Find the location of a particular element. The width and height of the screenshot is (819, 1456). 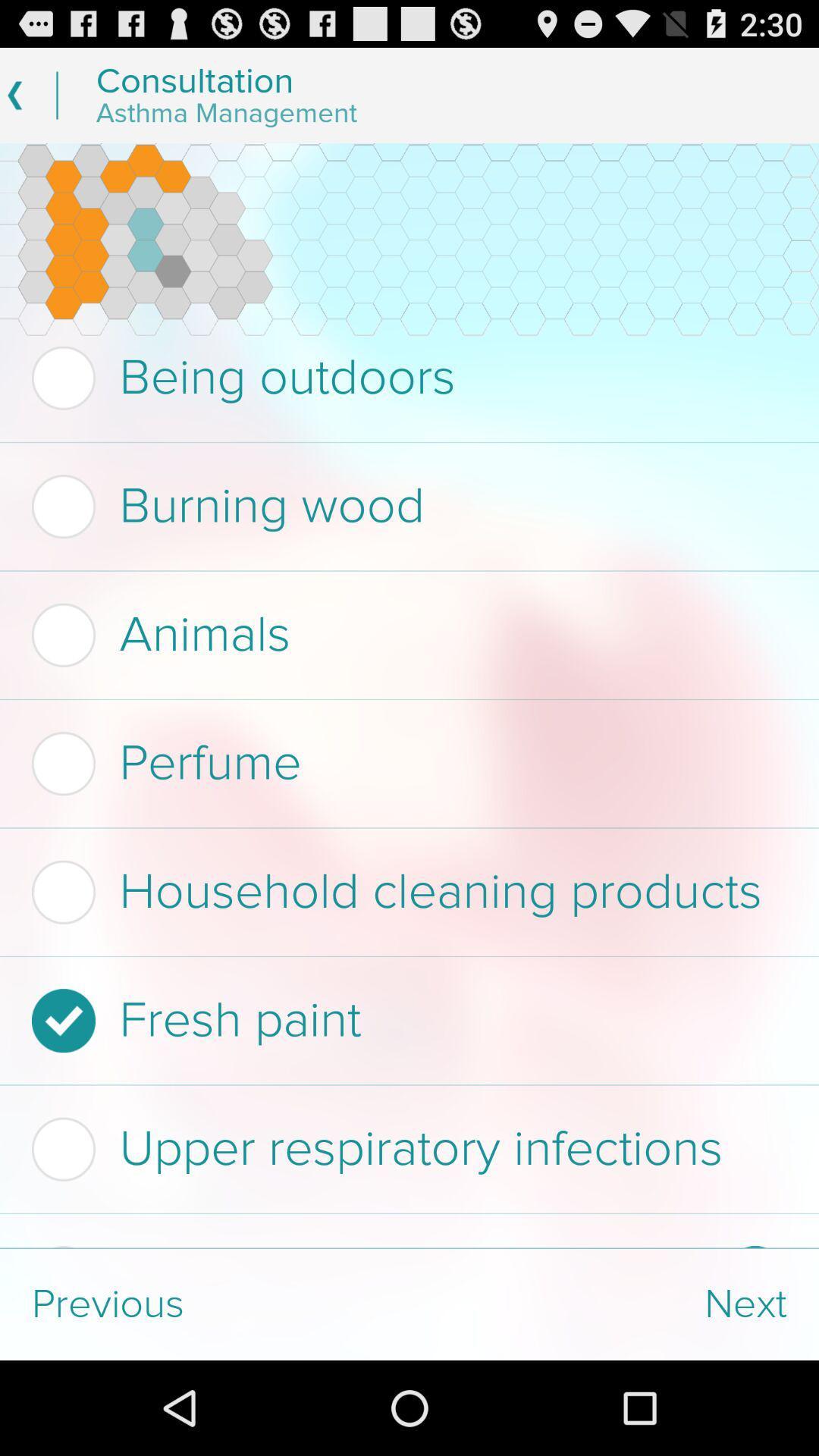

perfume item is located at coordinates (404, 764).